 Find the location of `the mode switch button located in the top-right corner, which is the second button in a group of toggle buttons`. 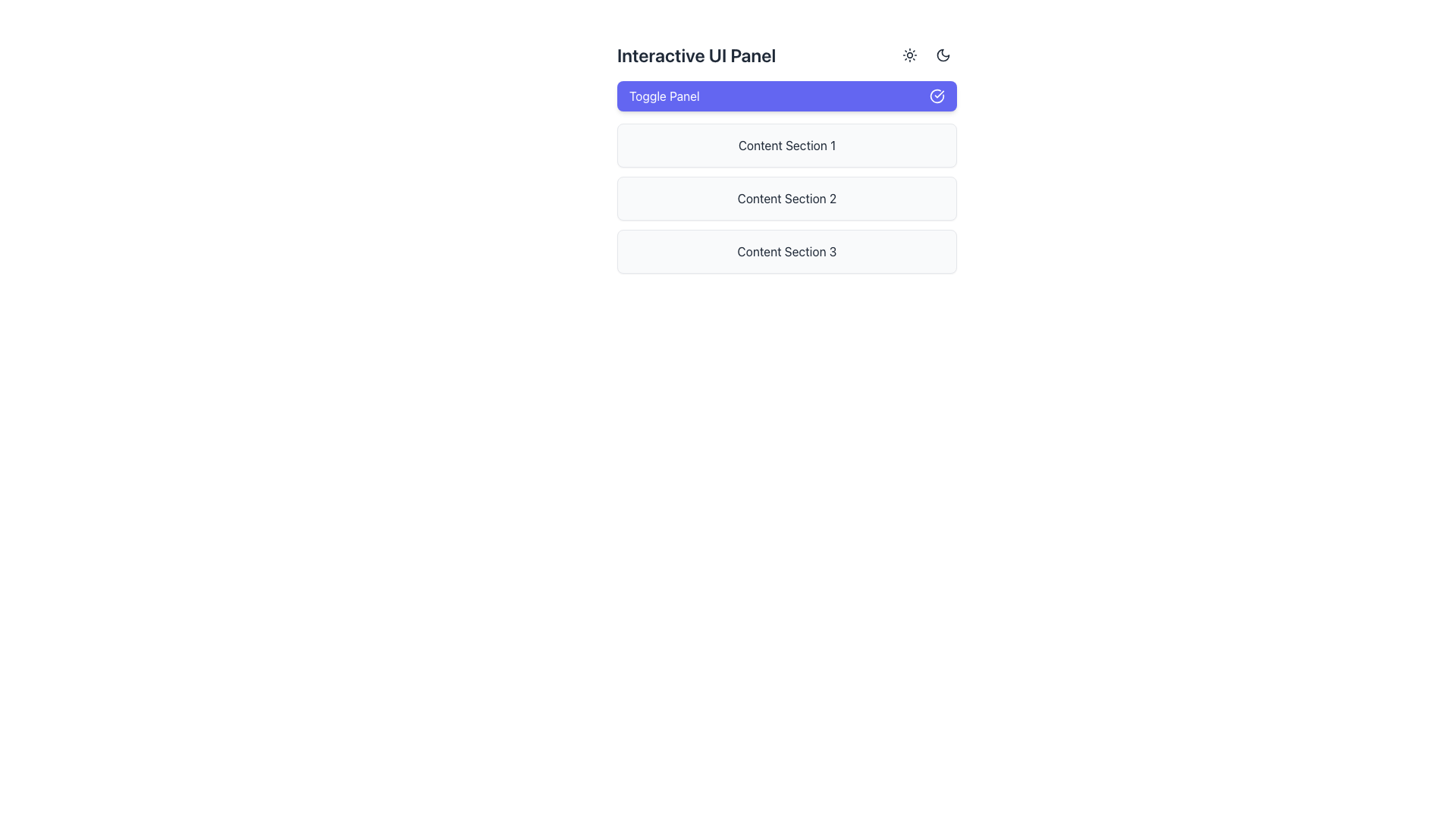

the mode switch button located in the top-right corner, which is the second button in a group of toggle buttons is located at coordinates (942, 55).